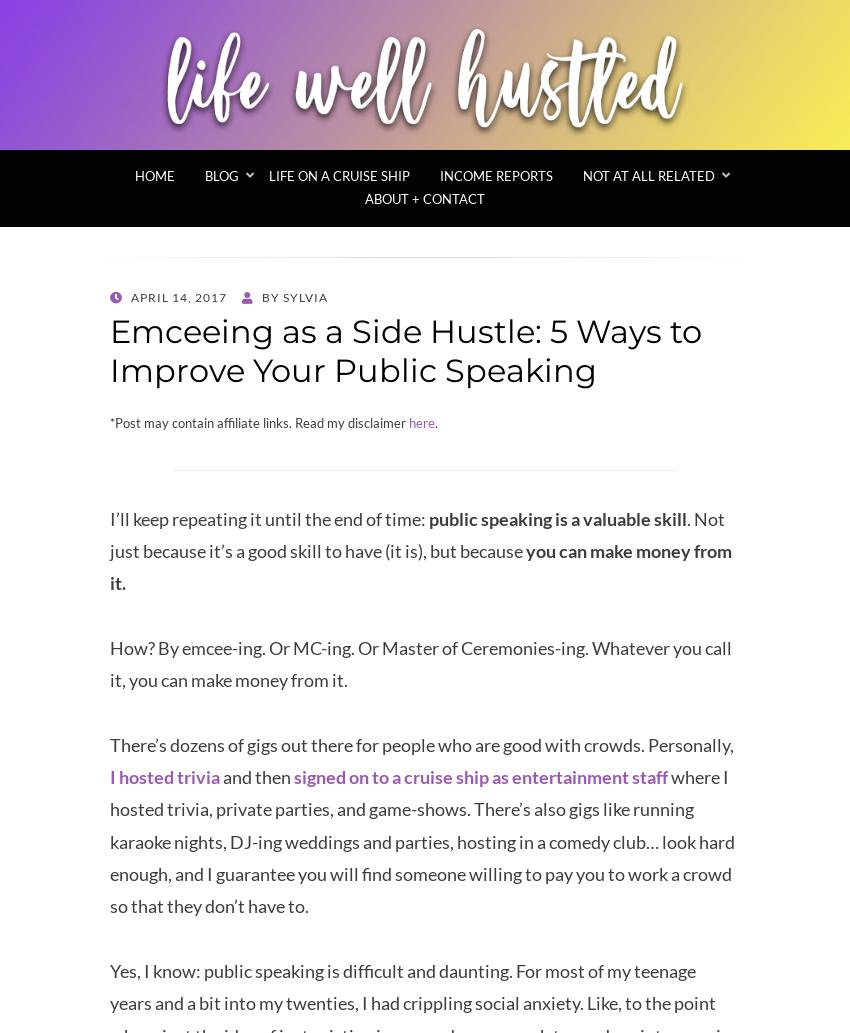  What do you see at coordinates (293, 775) in the screenshot?
I see `'signed on to a cruise ship as entertainment staff'` at bounding box center [293, 775].